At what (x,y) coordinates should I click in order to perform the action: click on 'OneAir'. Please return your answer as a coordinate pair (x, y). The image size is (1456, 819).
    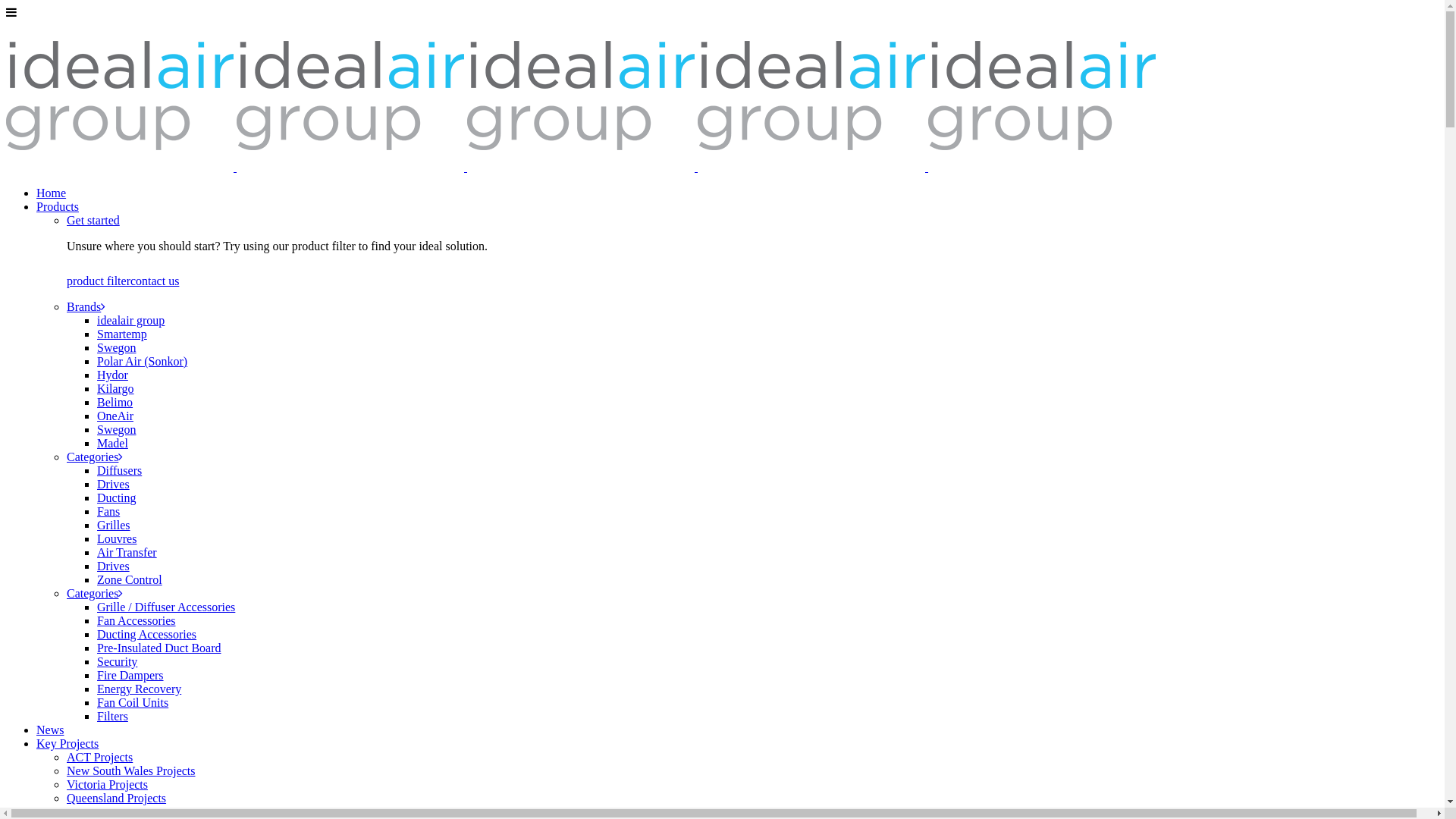
    Looking at the image, I should click on (115, 416).